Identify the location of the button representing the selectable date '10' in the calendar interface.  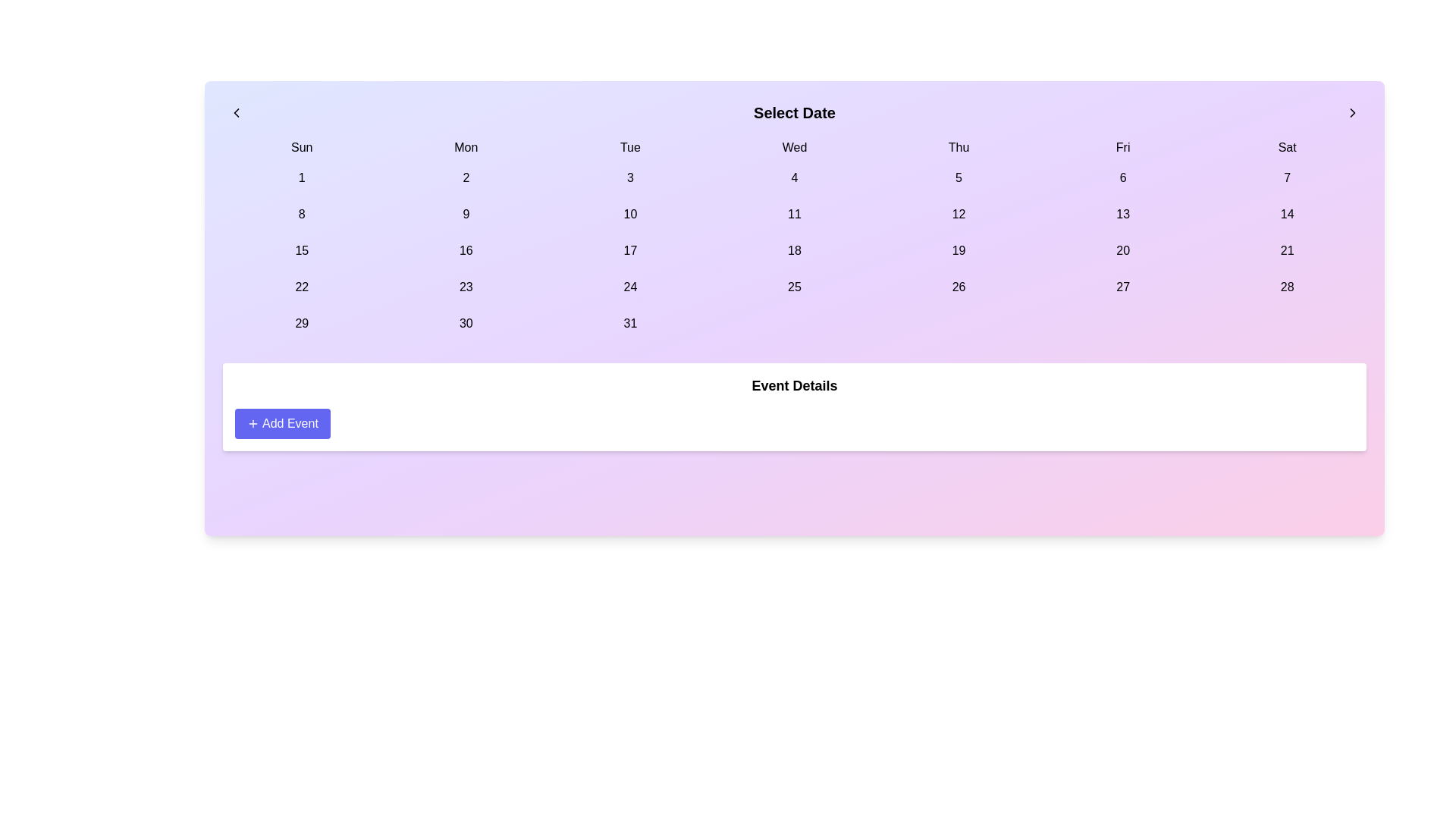
(630, 214).